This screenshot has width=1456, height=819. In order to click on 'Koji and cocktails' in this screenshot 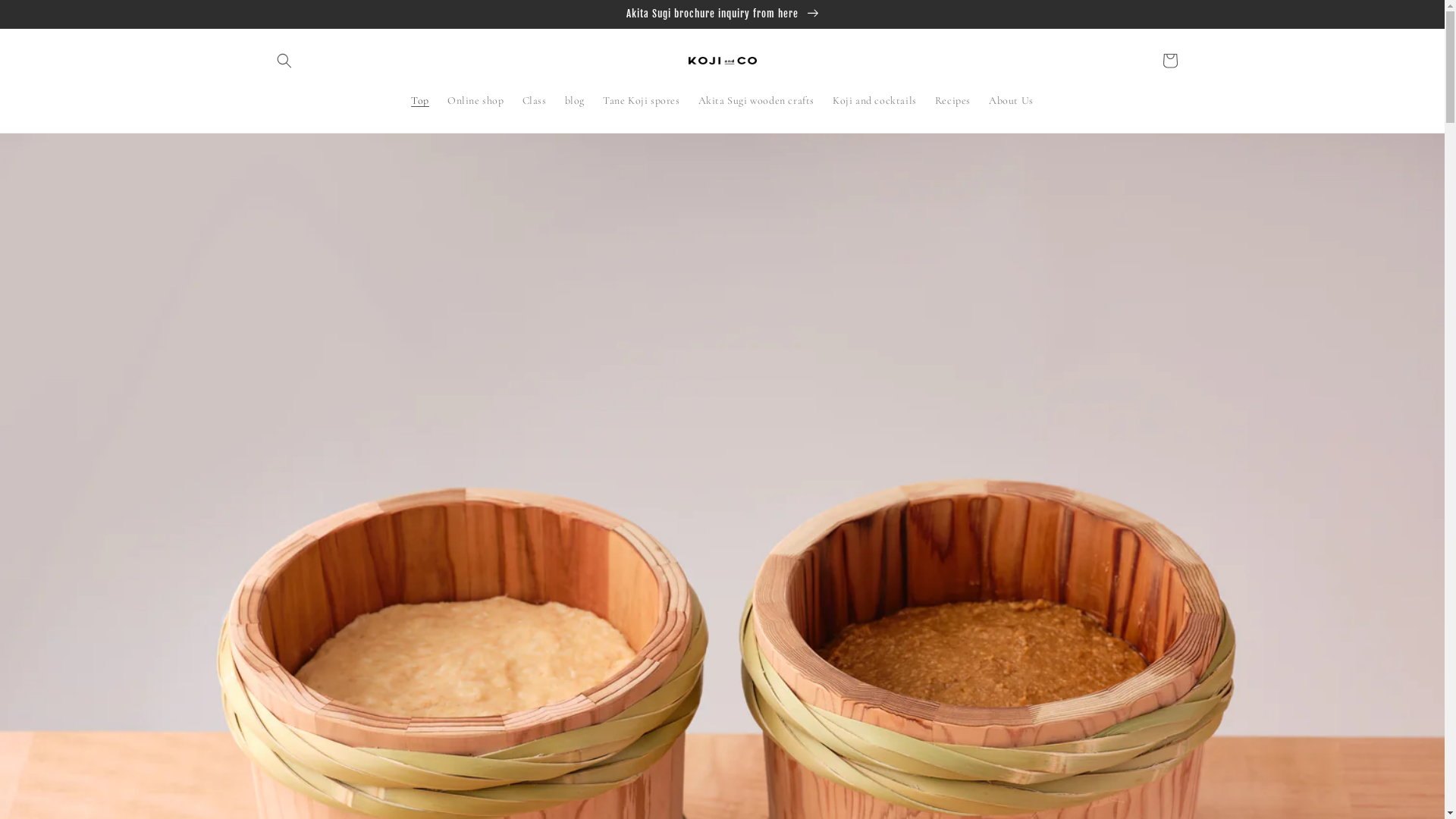, I will do `click(874, 100)`.